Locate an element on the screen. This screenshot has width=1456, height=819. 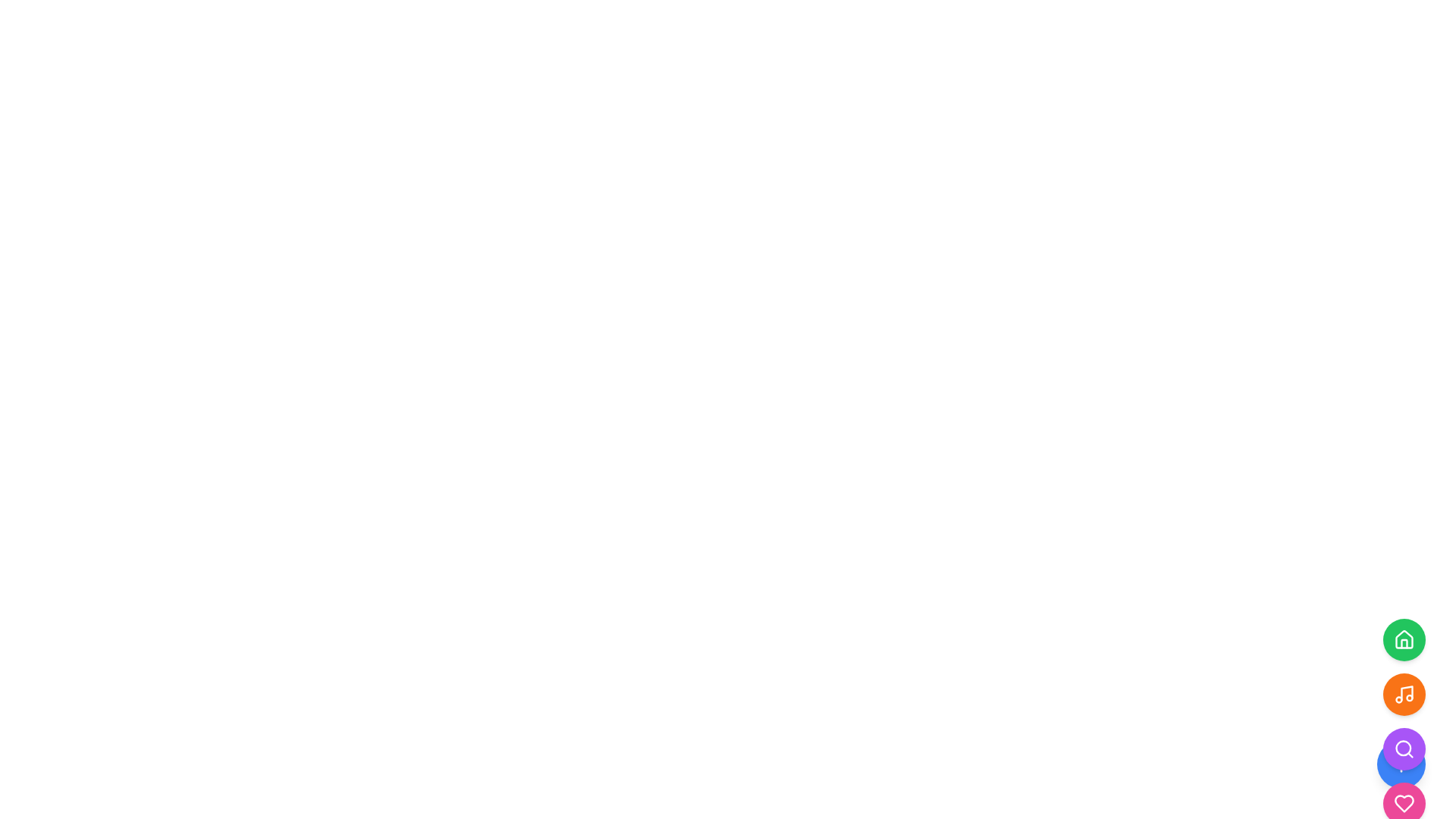
the circular SVG element that is part of a magnifying glass icon, located near the bottom right corner of the interface is located at coordinates (1402, 747).